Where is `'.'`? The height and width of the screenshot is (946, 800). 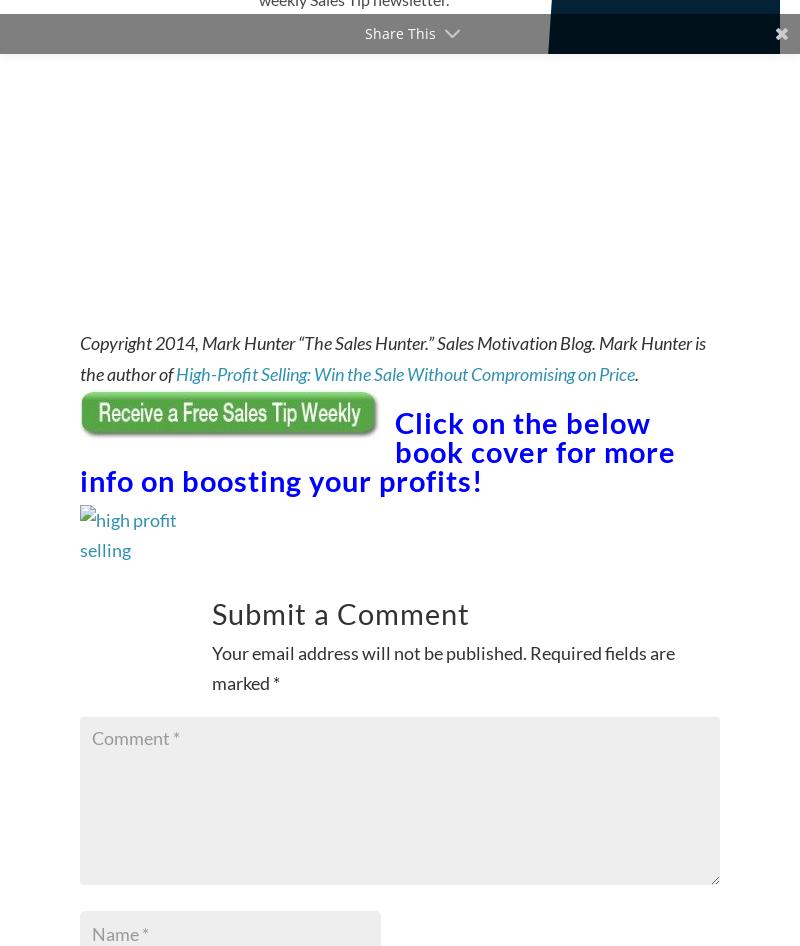 '.' is located at coordinates (635, 373).